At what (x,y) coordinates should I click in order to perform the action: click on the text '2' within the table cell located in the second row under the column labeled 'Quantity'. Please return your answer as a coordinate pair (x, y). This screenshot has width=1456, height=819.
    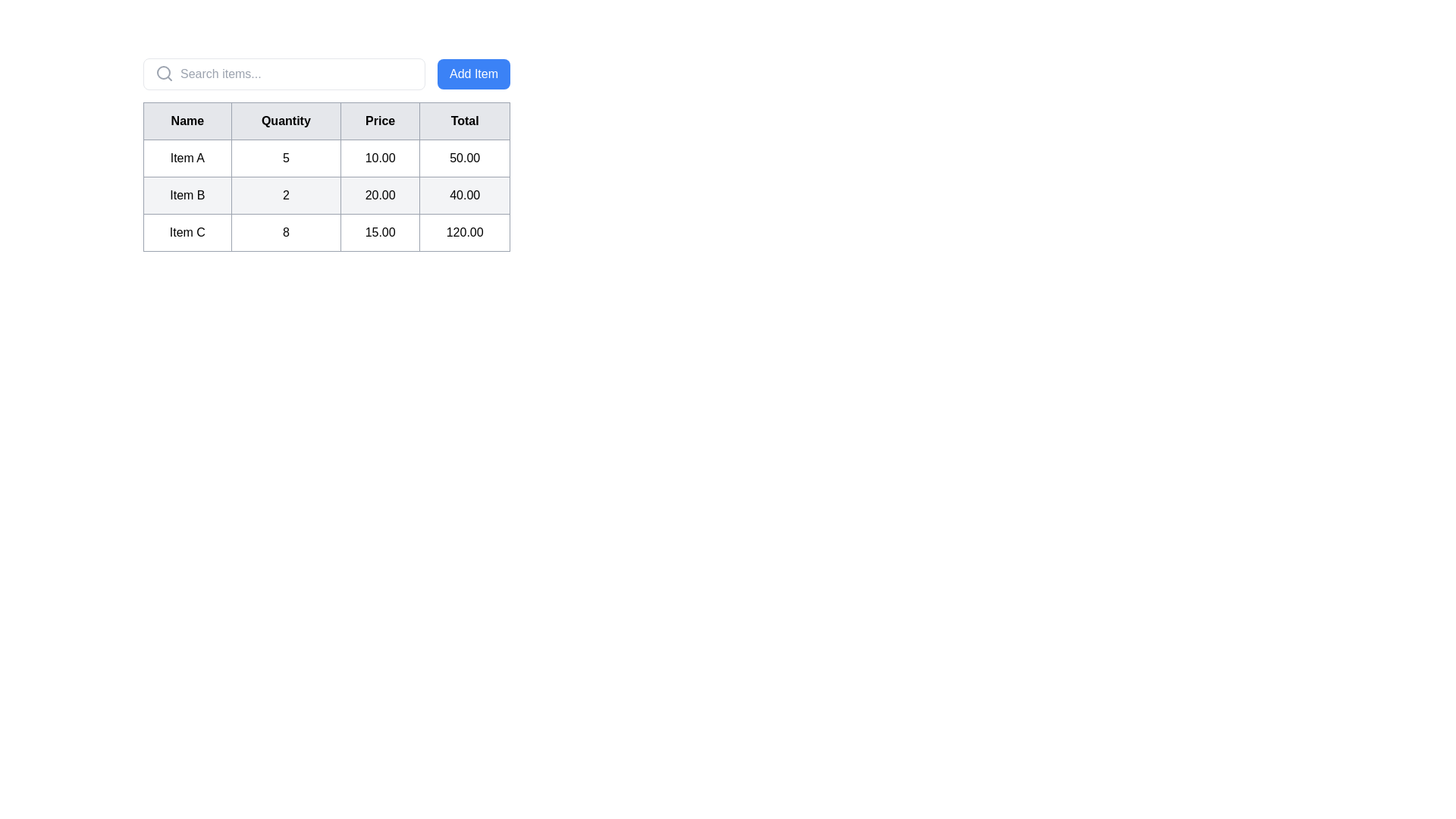
    Looking at the image, I should click on (326, 195).